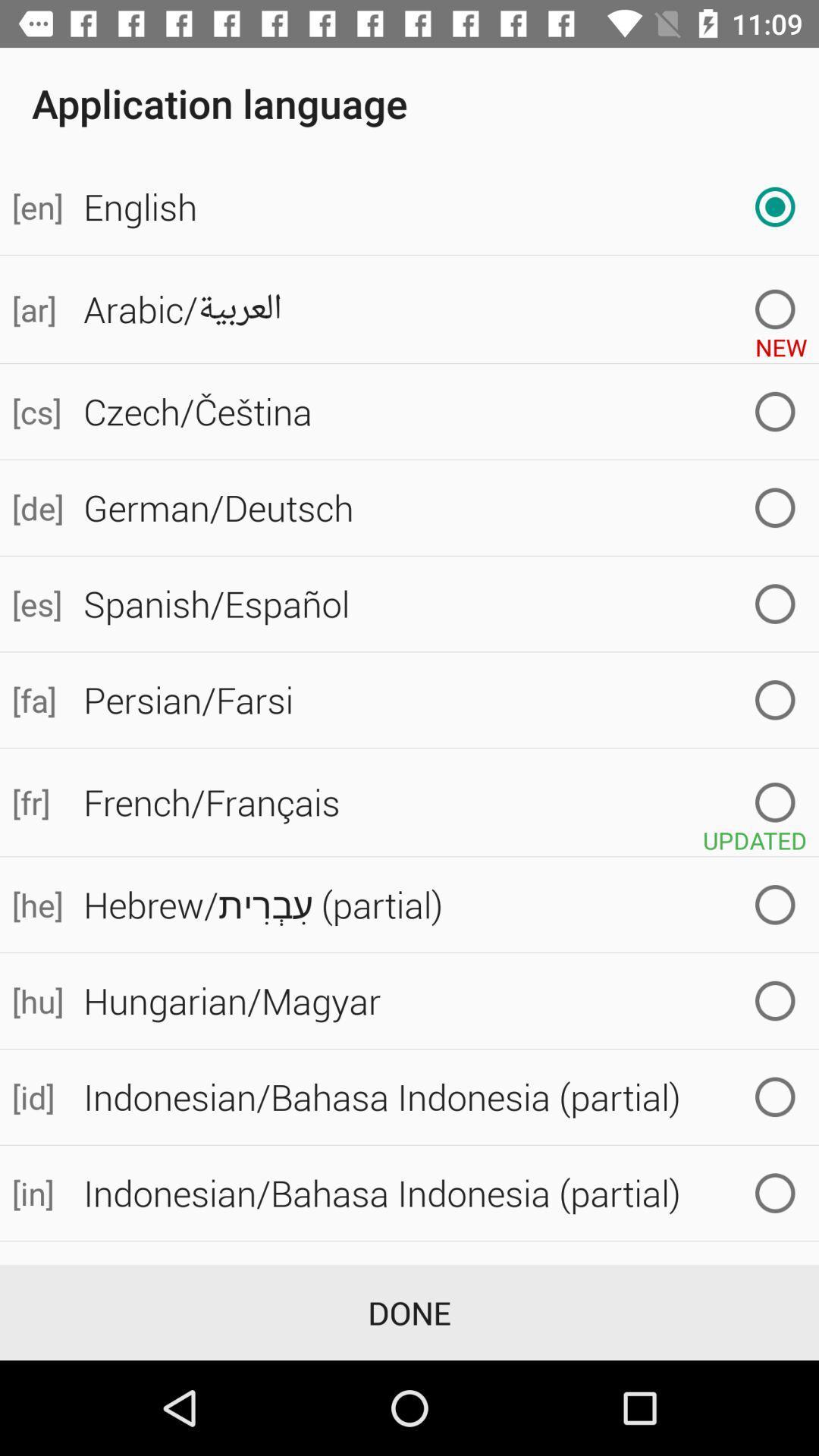 This screenshot has width=819, height=1456. What do you see at coordinates (35, 802) in the screenshot?
I see `[fr] item` at bounding box center [35, 802].